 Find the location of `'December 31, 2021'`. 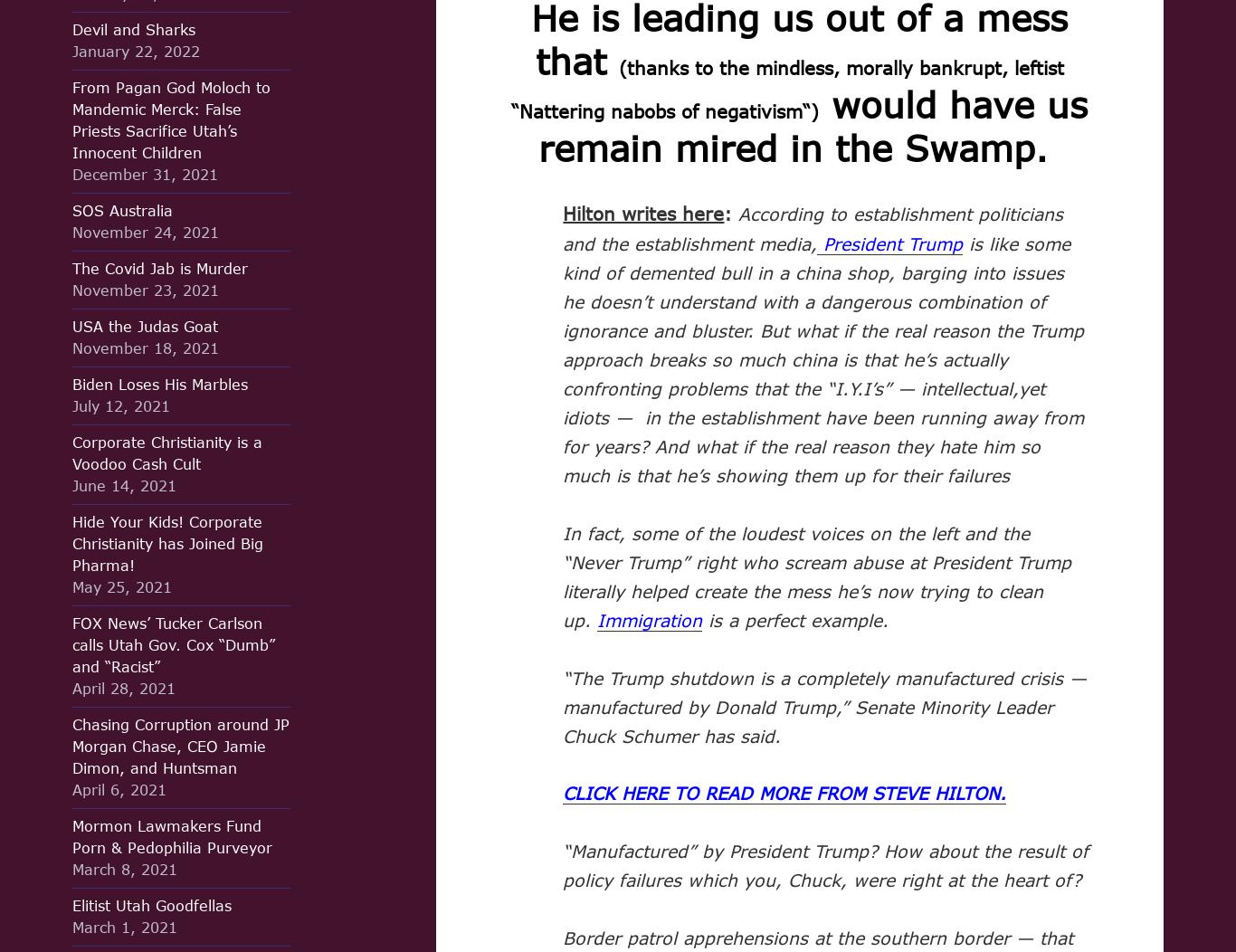

'December 31, 2021' is located at coordinates (144, 174).